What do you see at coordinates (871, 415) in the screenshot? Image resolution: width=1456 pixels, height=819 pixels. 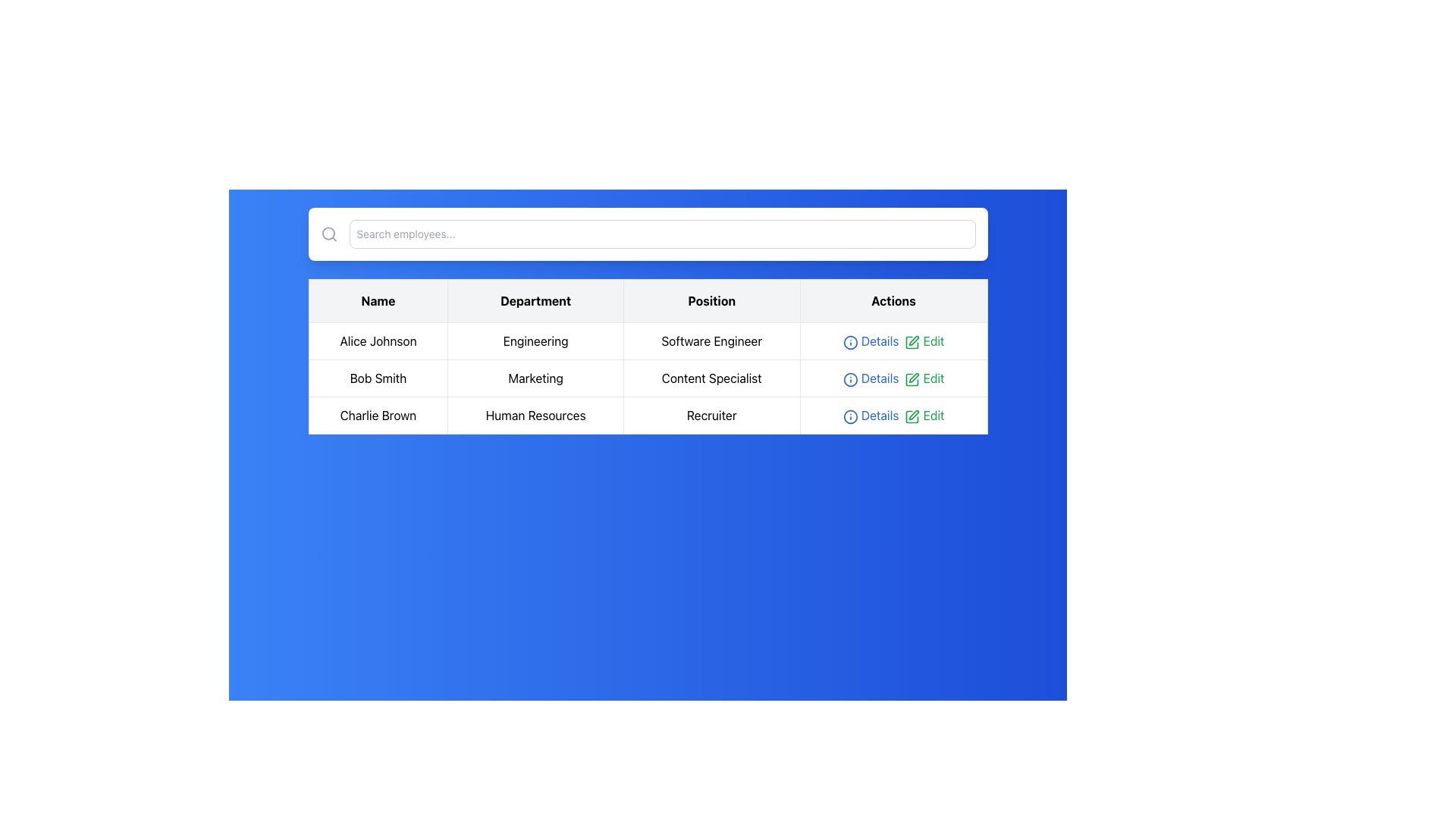 I see `the hyperlink in the Actions column of the last row of the table` at bounding box center [871, 415].